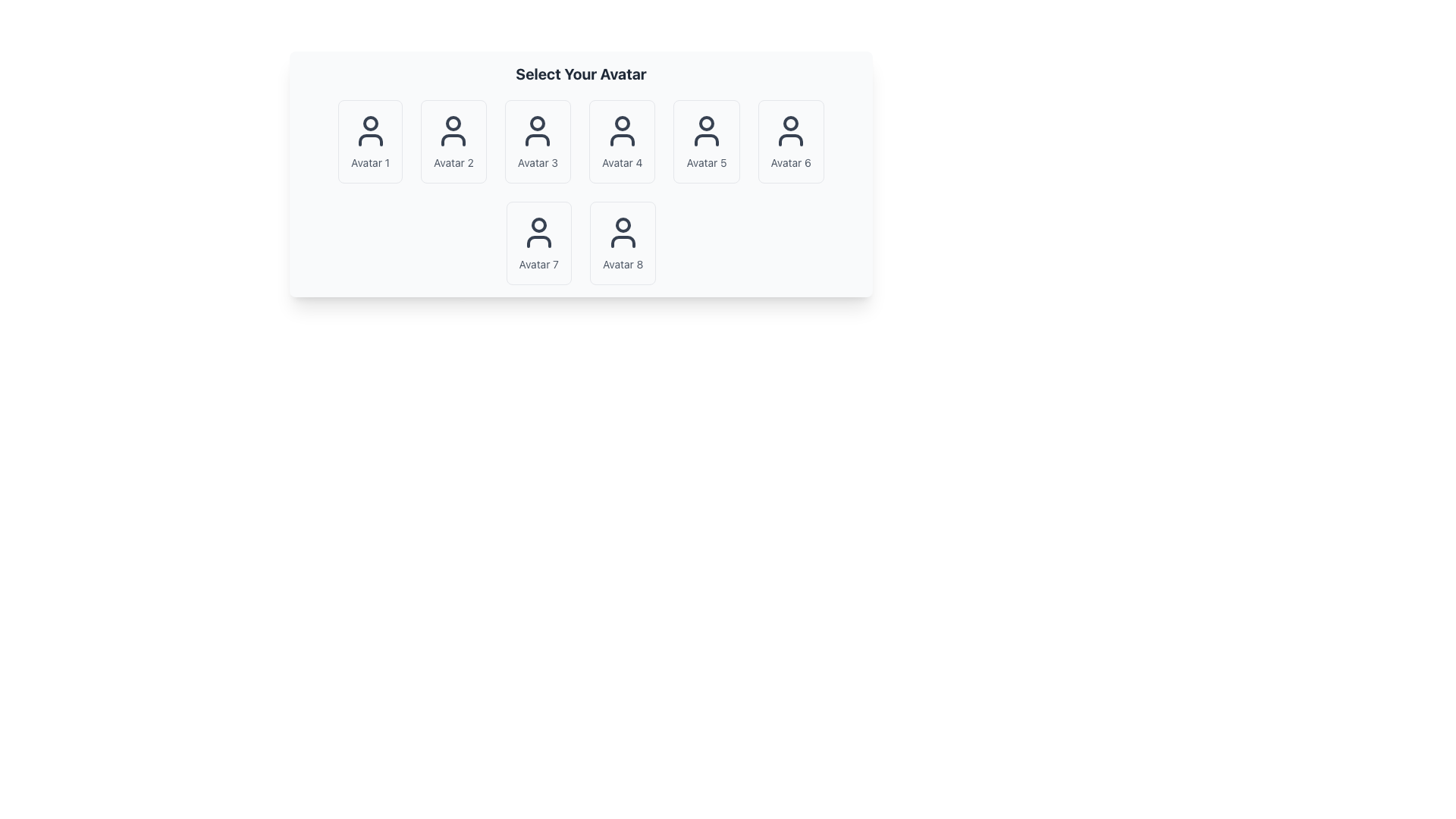  What do you see at coordinates (538, 130) in the screenshot?
I see `the central icon of 'Avatar 3'` at bounding box center [538, 130].